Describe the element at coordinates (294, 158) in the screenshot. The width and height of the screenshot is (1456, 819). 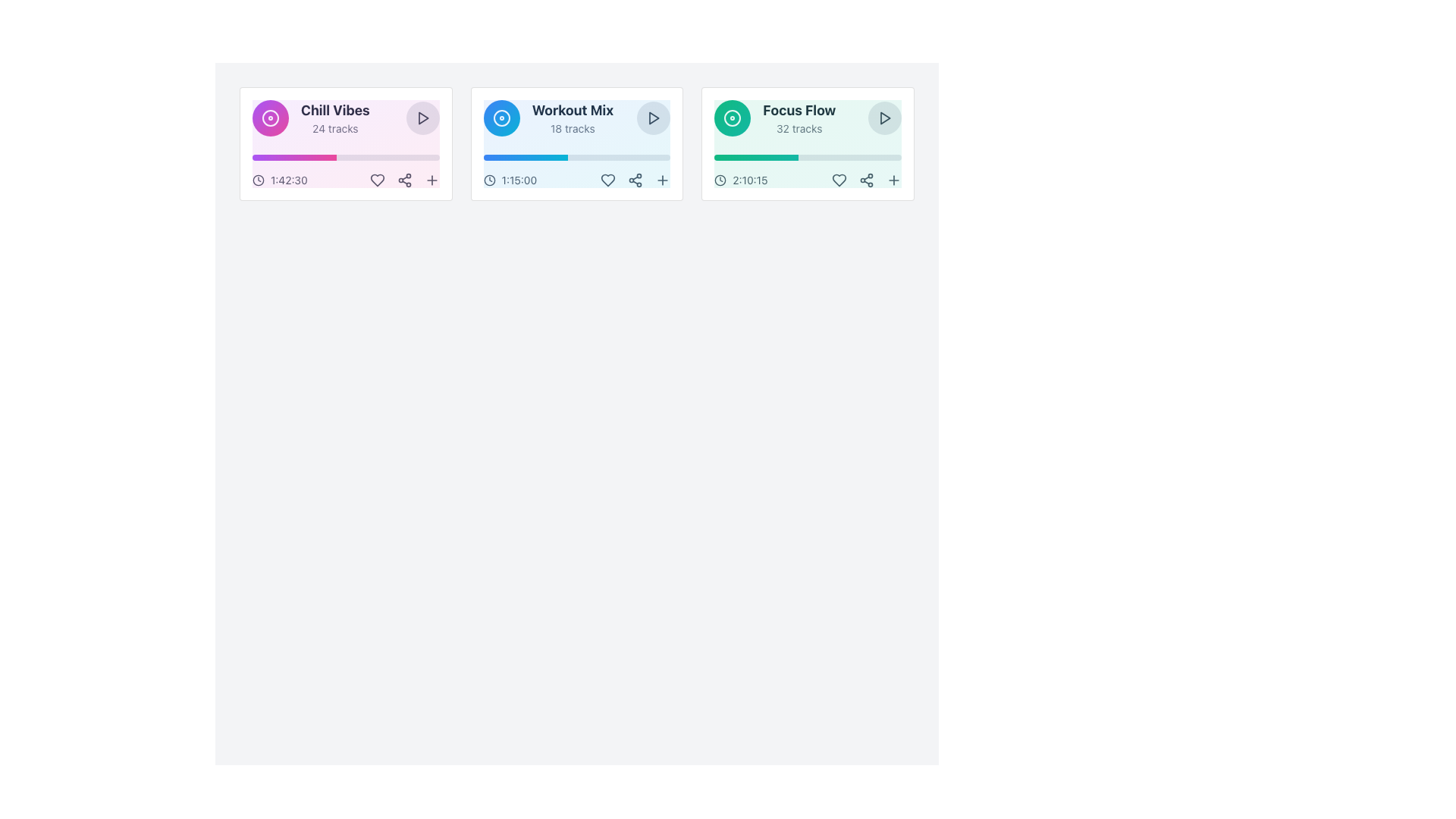
I see `the progress bar located below the 'Chill Vibes' heading, which is a horizontal gradient-colored bar transitioning from purple to pink` at that location.